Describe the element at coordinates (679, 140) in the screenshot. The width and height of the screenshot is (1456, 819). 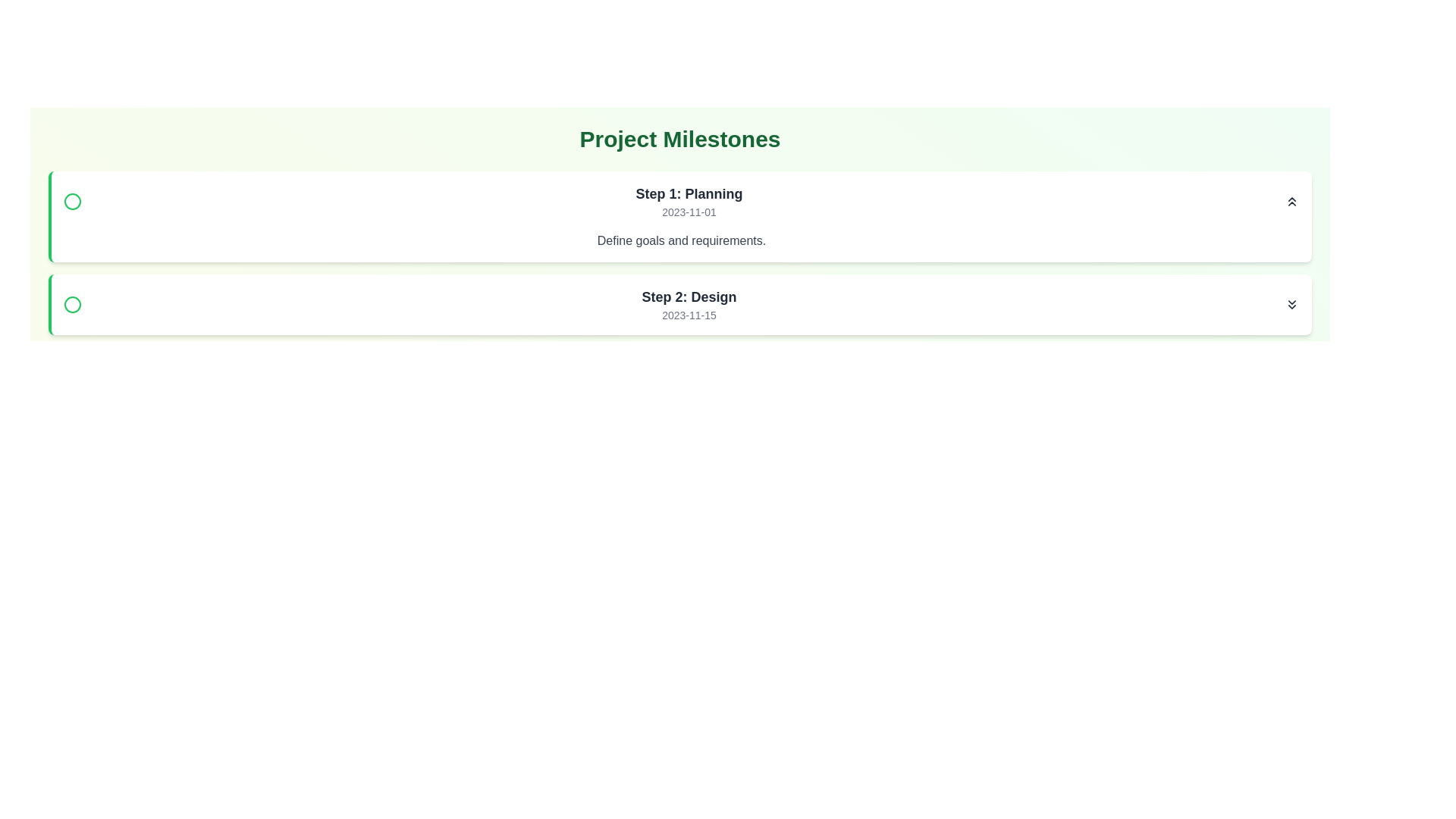
I see `the text element displaying 'Project Milestones' which is styled in bold and large green font, positioned at the top of the panel` at that location.